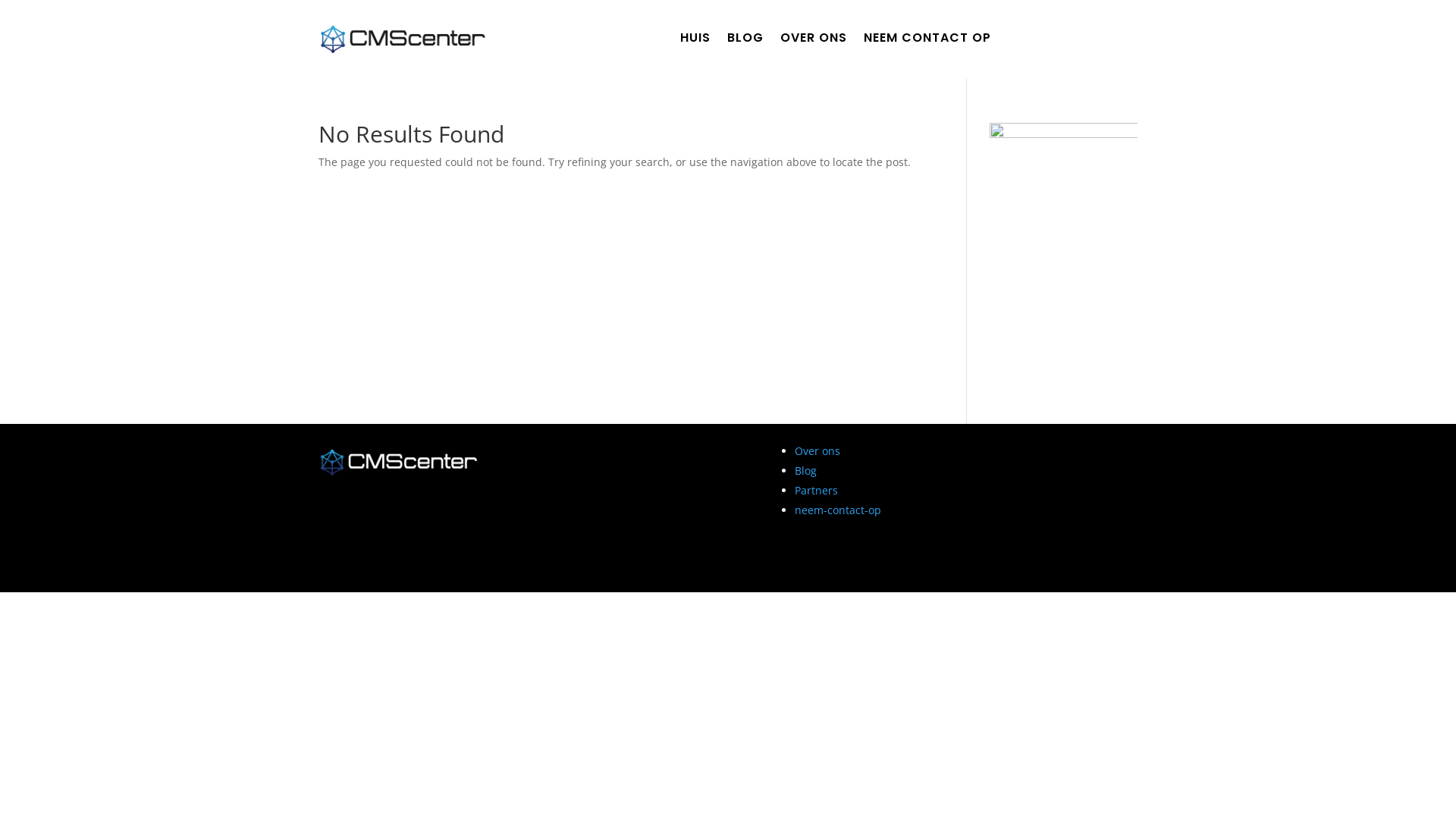 The image size is (1456, 819). Describe the element at coordinates (694, 40) in the screenshot. I see `'HUIS'` at that location.